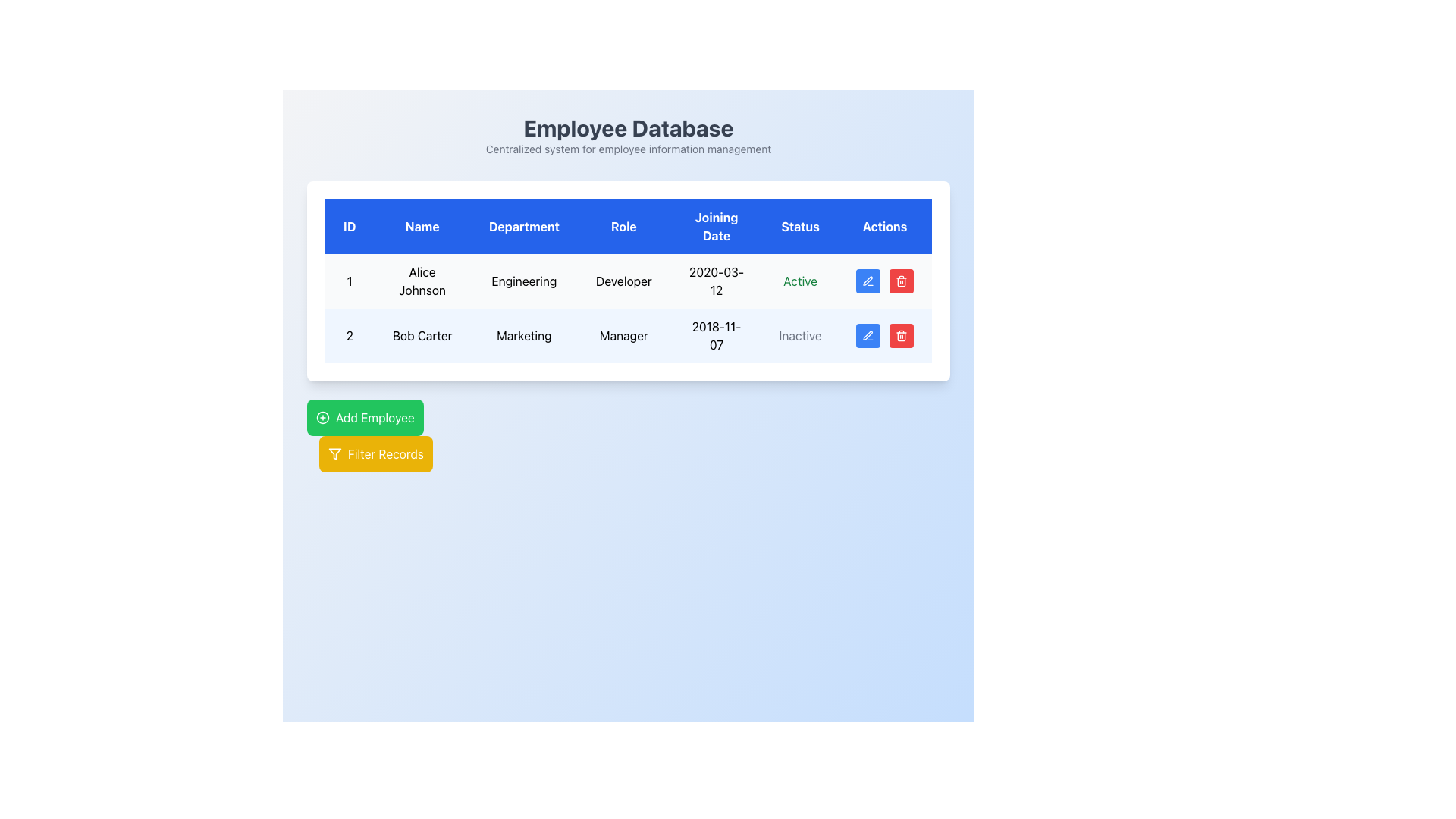 Image resolution: width=1456 pixels, height=819 pixels. I want to click on the edit IconButton located in the first row of the user table's 'Actions' column, next to the 'Active' status, so click(868, 281).